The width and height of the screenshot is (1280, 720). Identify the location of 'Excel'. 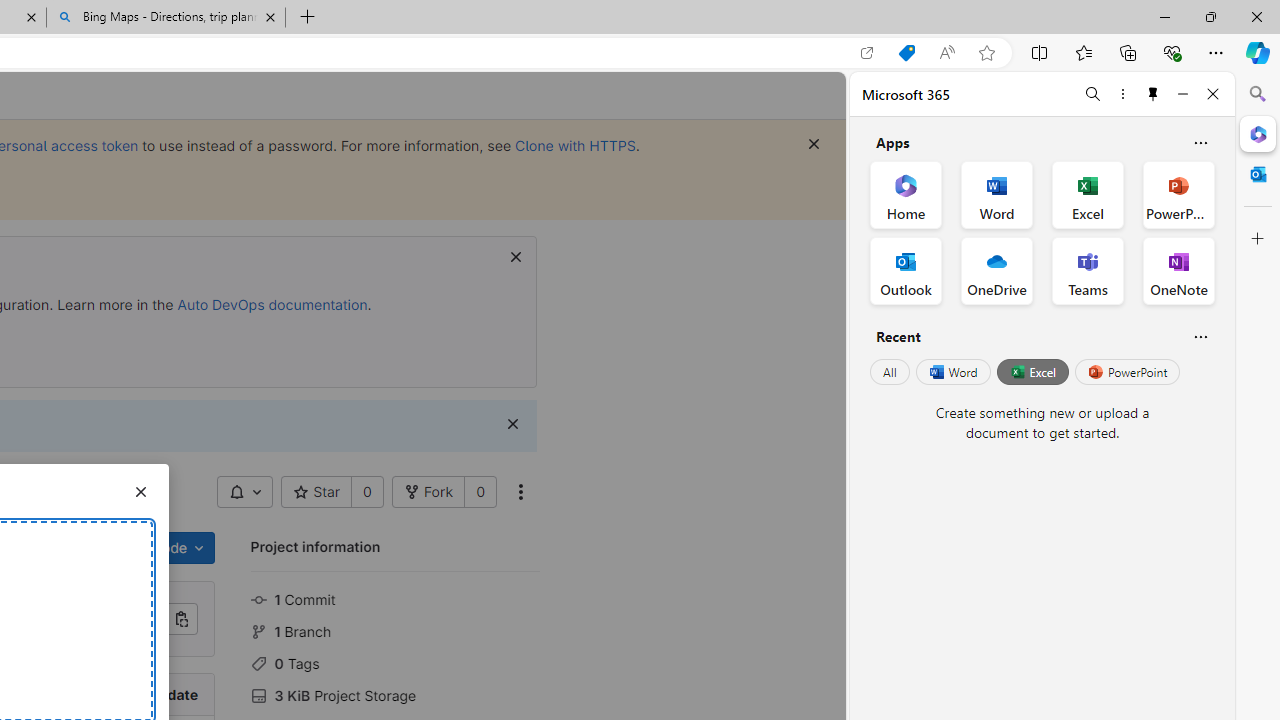
(1032, 372).